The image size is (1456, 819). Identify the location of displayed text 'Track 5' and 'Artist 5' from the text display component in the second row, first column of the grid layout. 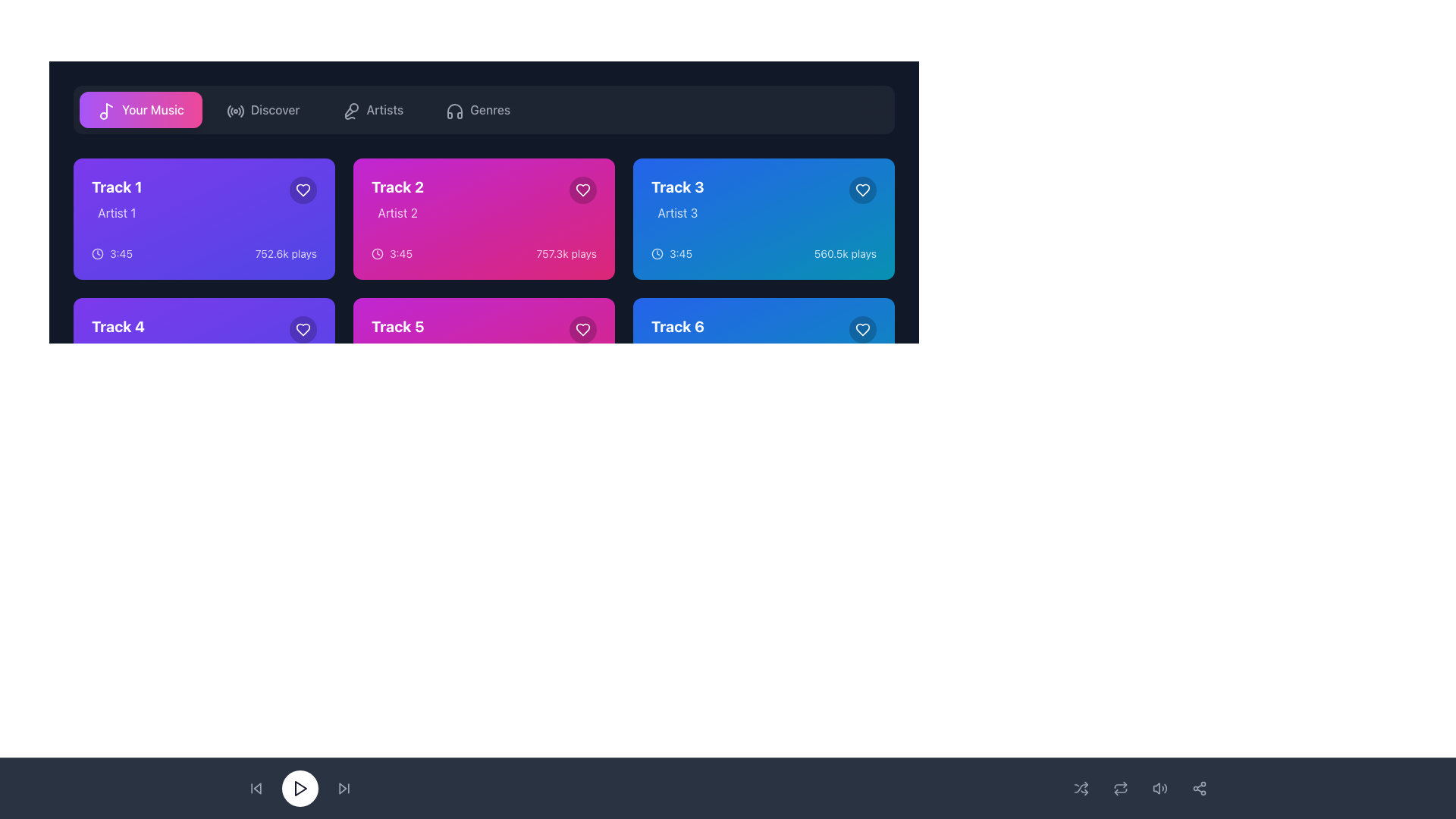
(397, 338).